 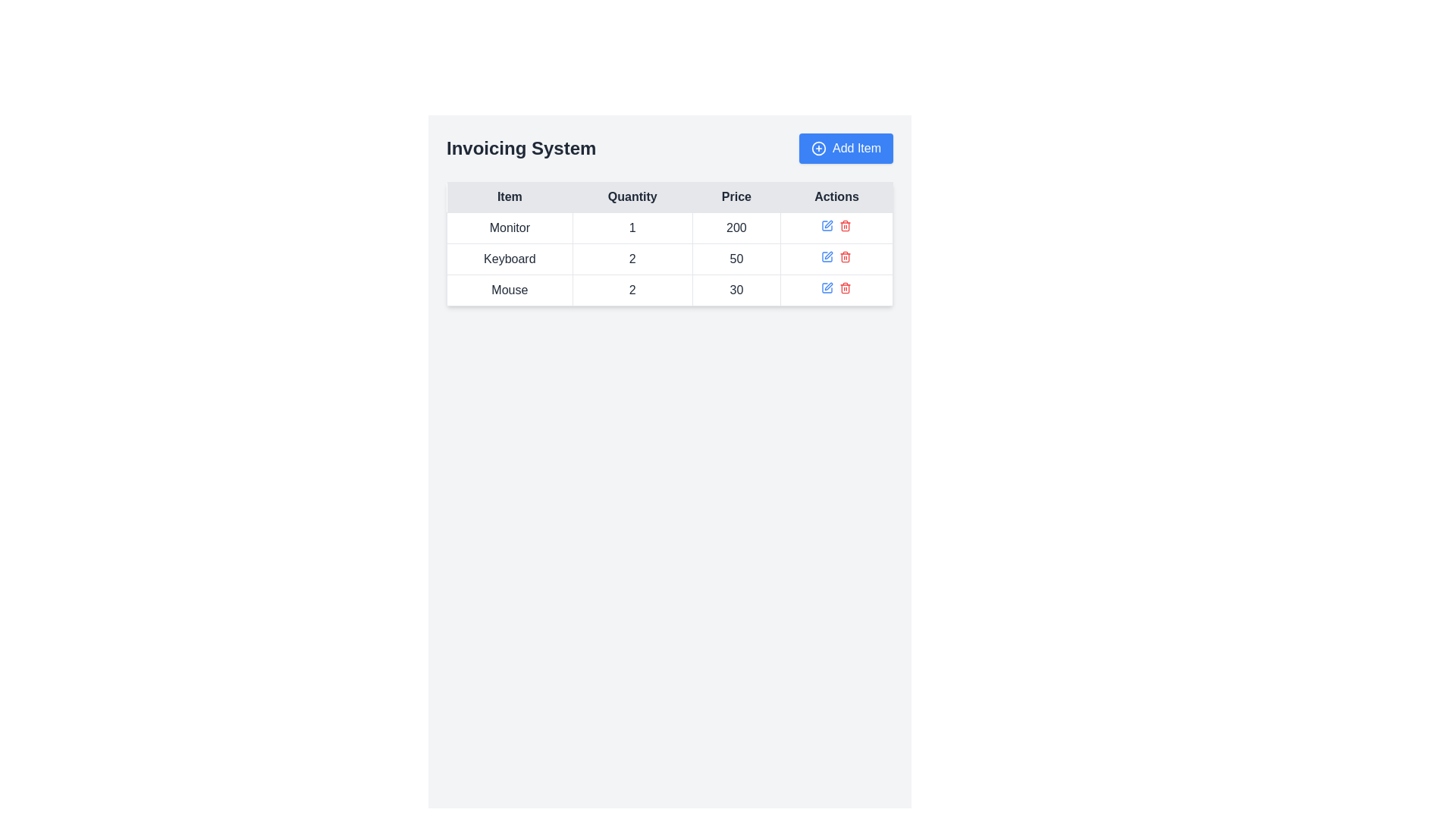 I want to click on text of the 'Keyboard' label located in the second row of the table under the 'Item' column, so click(x=510, y=259).